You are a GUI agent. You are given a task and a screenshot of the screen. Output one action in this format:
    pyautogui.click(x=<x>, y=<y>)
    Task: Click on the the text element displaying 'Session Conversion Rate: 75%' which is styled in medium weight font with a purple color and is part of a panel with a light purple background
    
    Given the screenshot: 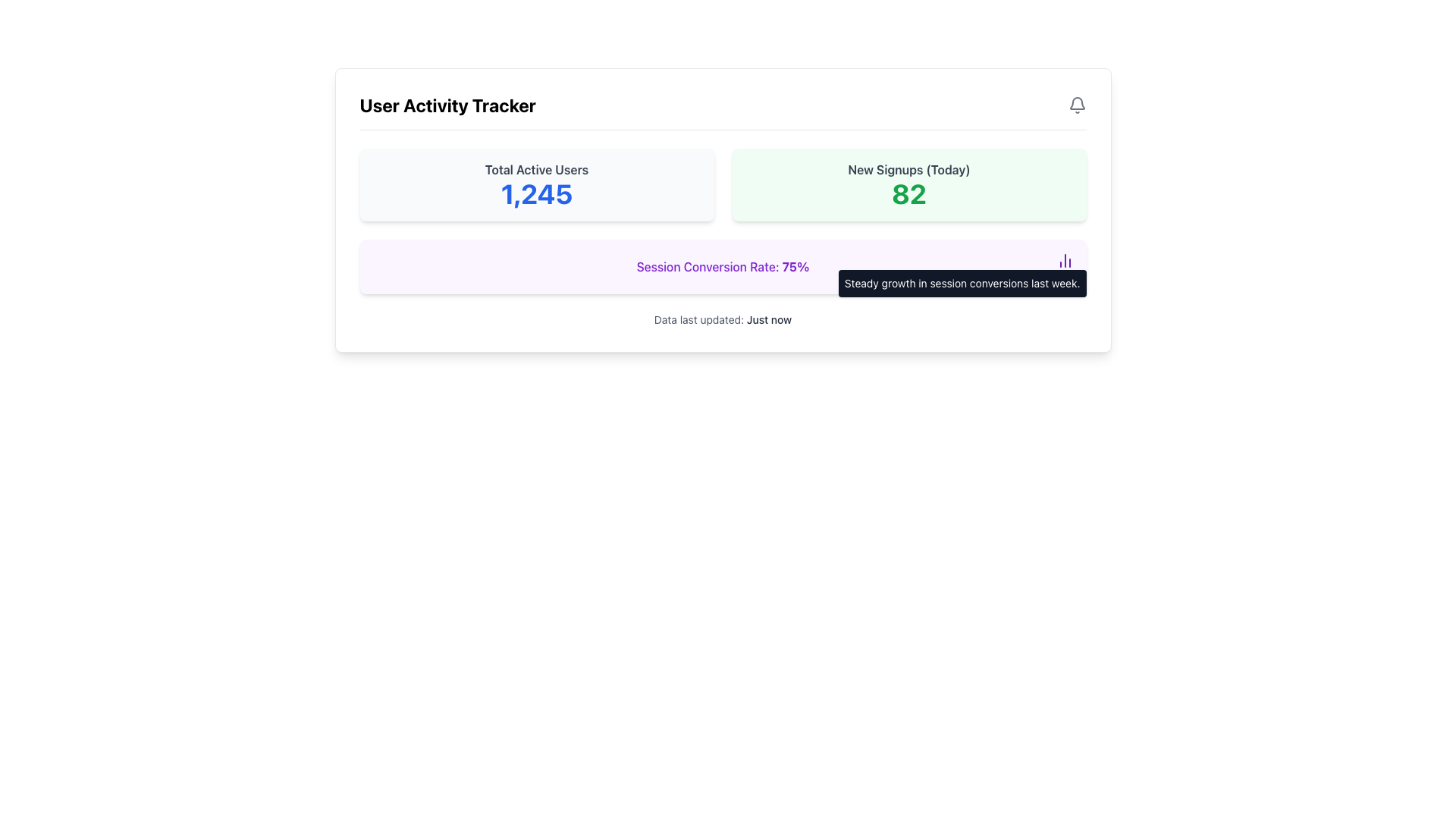 What is the action you would take?
    pyautogui.click(x=722, y=265)
    